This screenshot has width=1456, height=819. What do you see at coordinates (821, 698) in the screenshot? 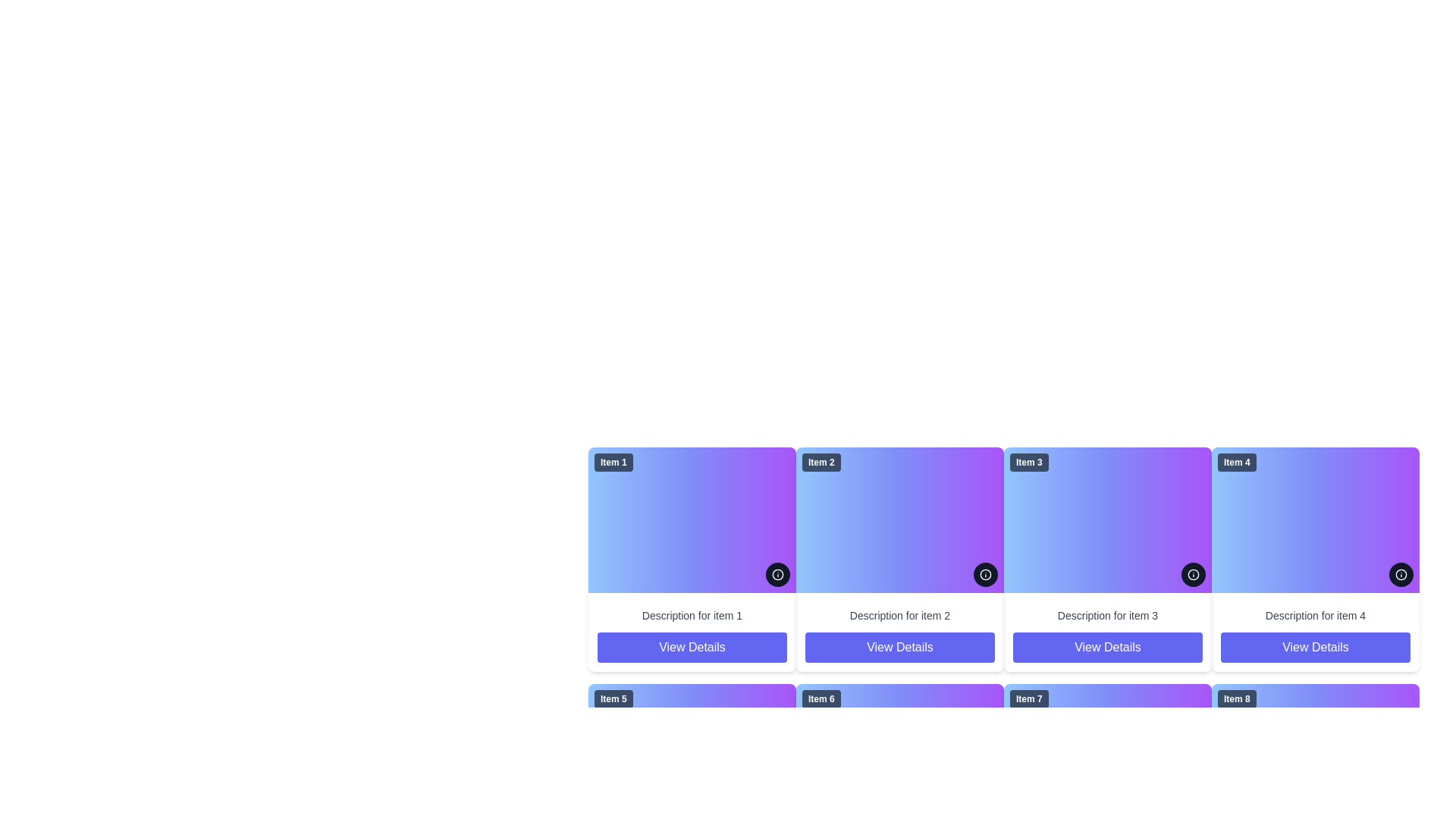
I see `text from the small label styled as a rounded rectangle with a dark gray background displaying 'Item 6' located in the top-left corner of the card in the second row, second column of the grid` at bounding box center [821, 698].